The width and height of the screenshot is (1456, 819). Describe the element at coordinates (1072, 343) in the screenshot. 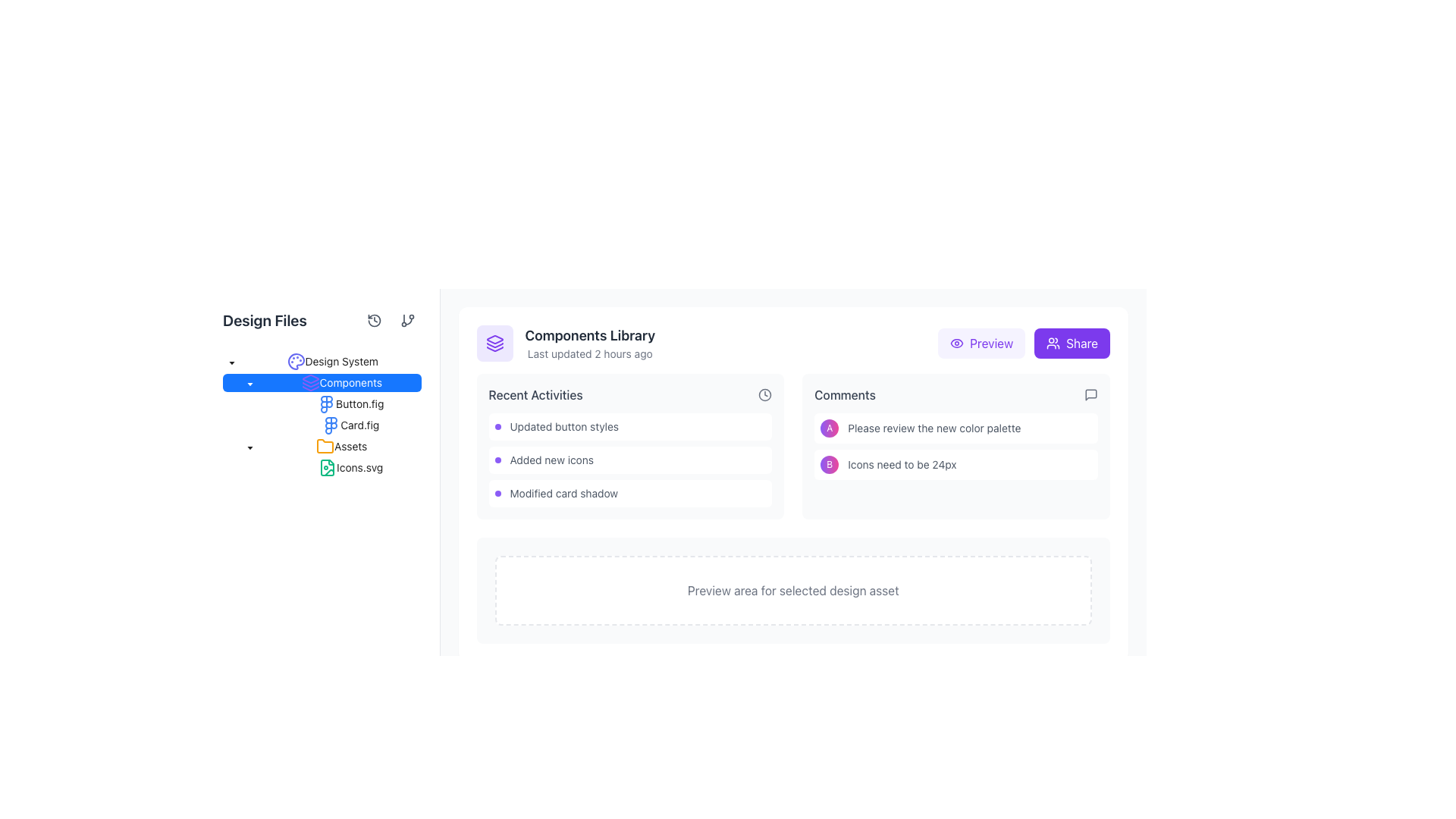

I see `the 'Share' button with a violet background and rounded corners, located in the top-right section of the interface, to initiate sharing` at that location.